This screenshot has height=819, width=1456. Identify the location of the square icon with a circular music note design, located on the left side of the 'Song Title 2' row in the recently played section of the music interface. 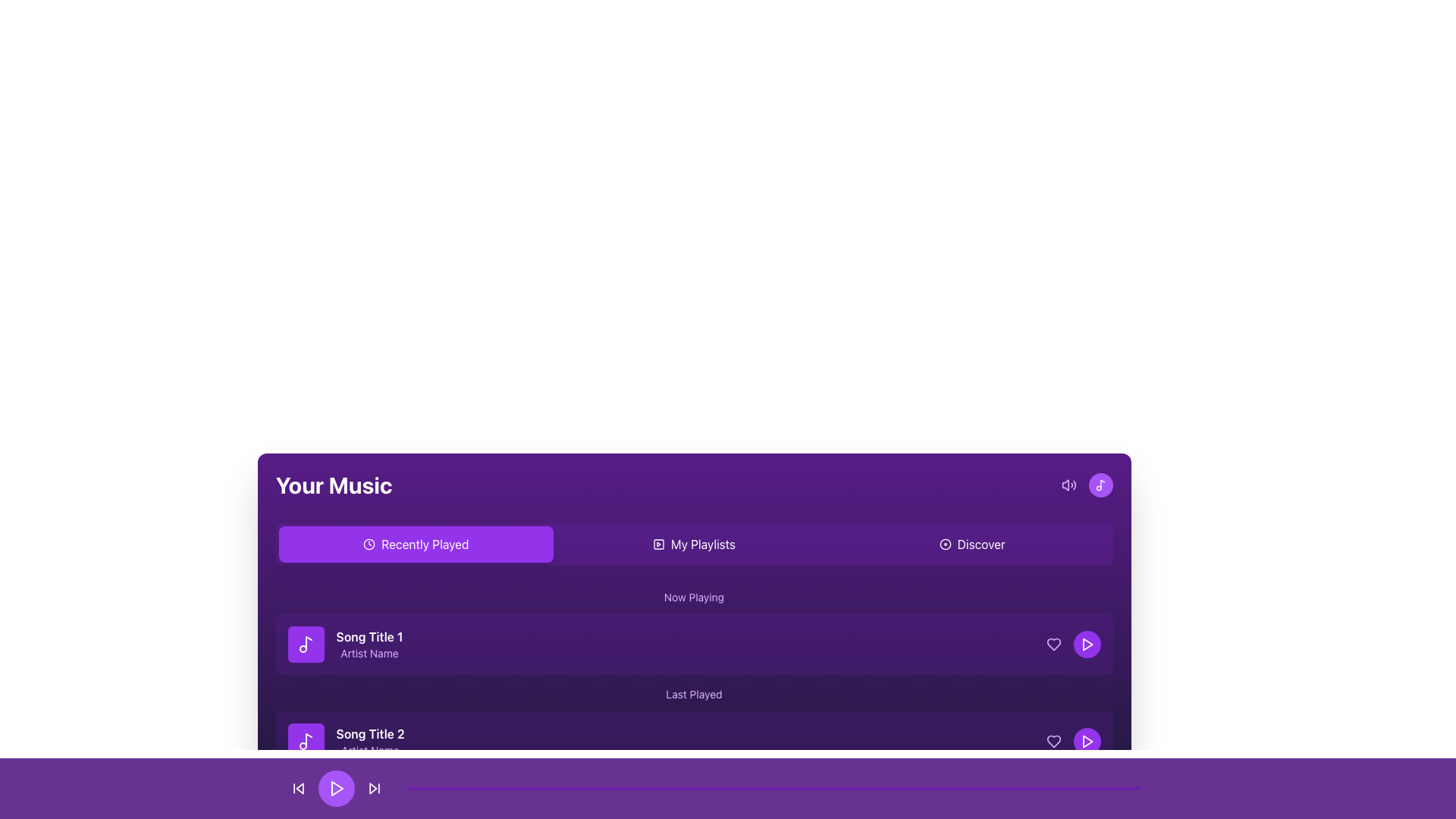
(305, 741).